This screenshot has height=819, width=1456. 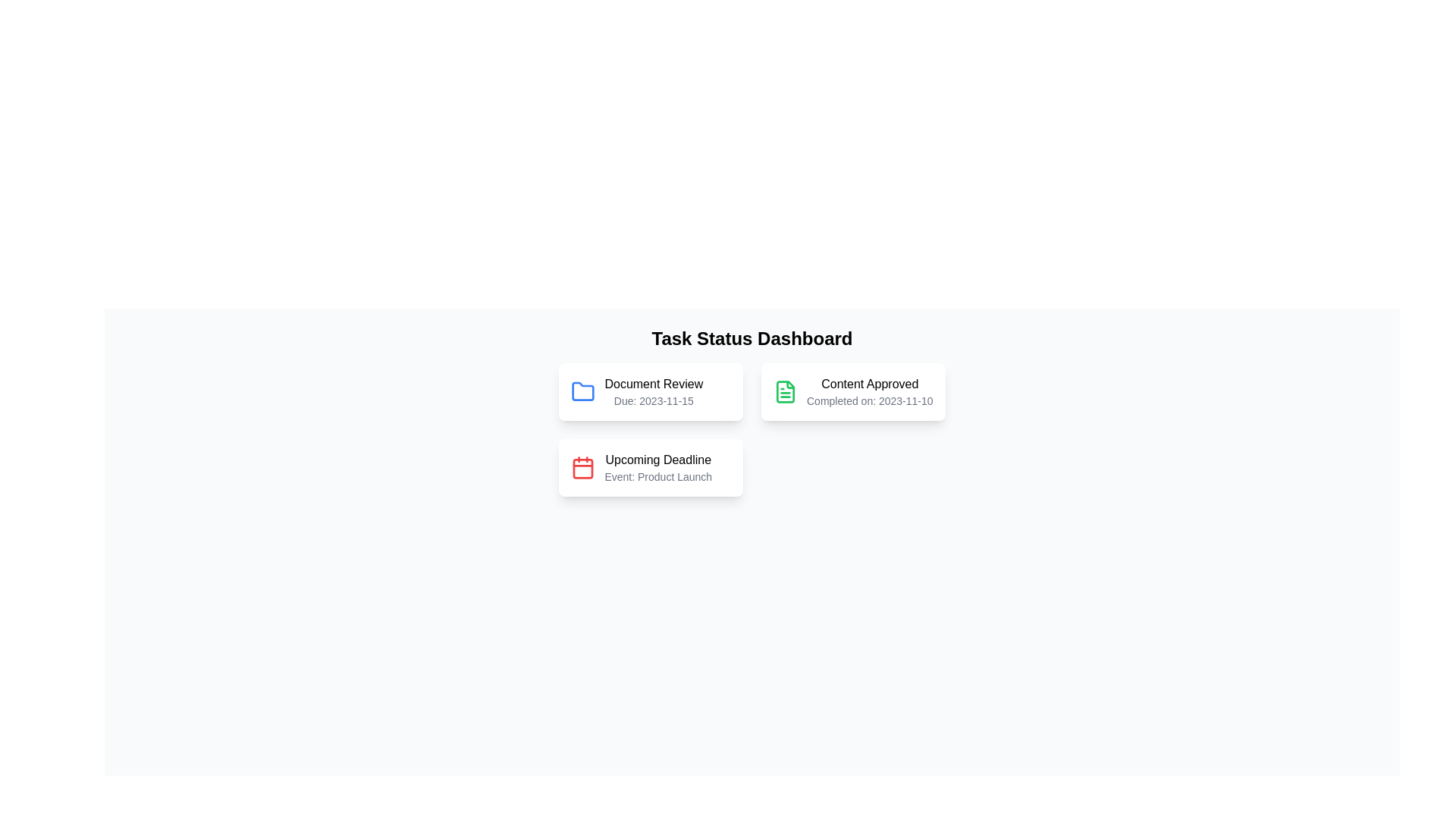 What do you see at coordinates (658, 475) in the screenshot?
I see `the text label that provides additional information about the 'Upcoming Deadline' in the card layout, located below the 'Upcoming Deadline' text in the bottom-left section of the grid` at bounding box center [658, 475].